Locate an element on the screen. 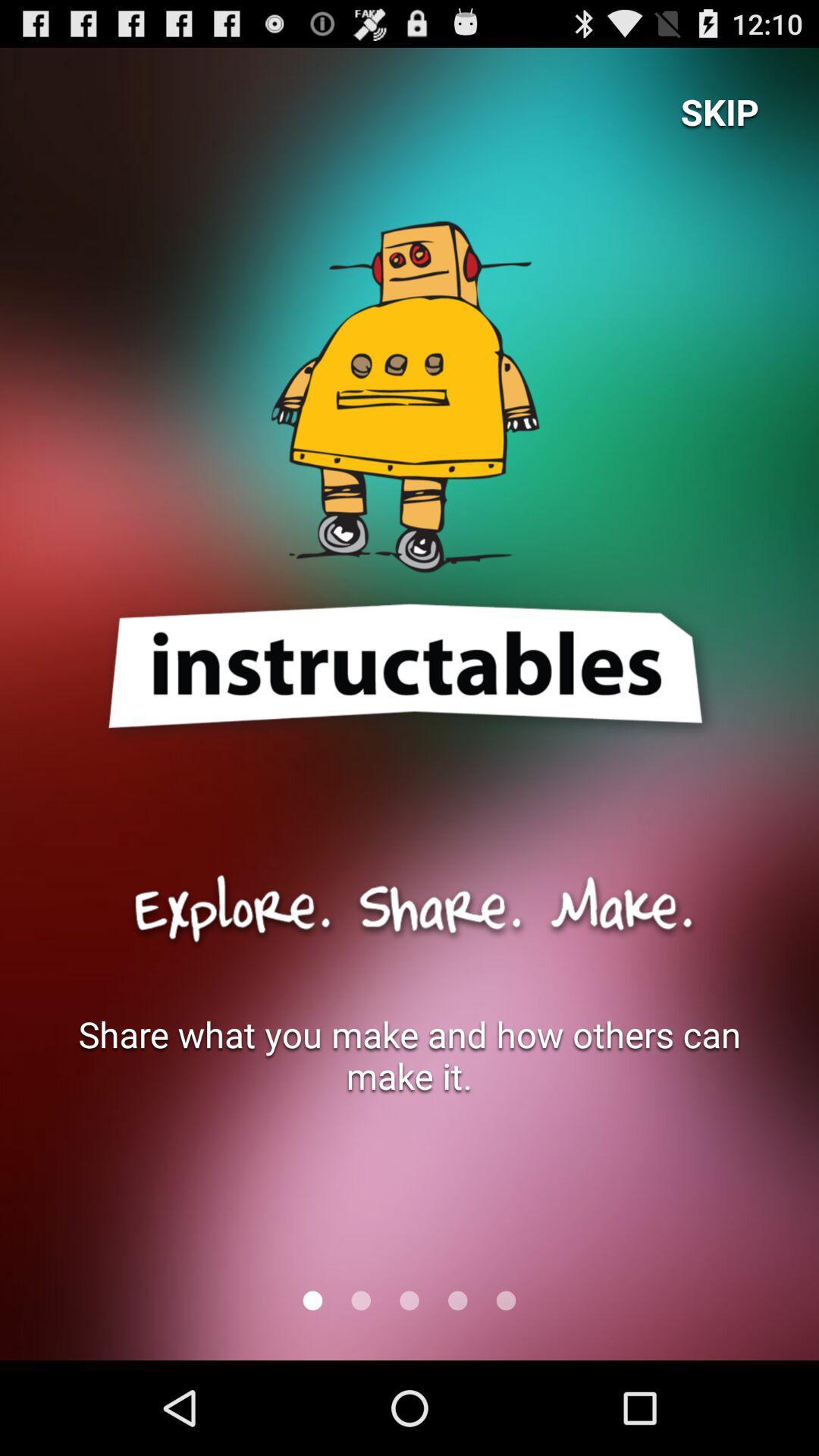 The width and height of the screenshot is (819, 1456). the skip icon is located at coordinates (719, 111).